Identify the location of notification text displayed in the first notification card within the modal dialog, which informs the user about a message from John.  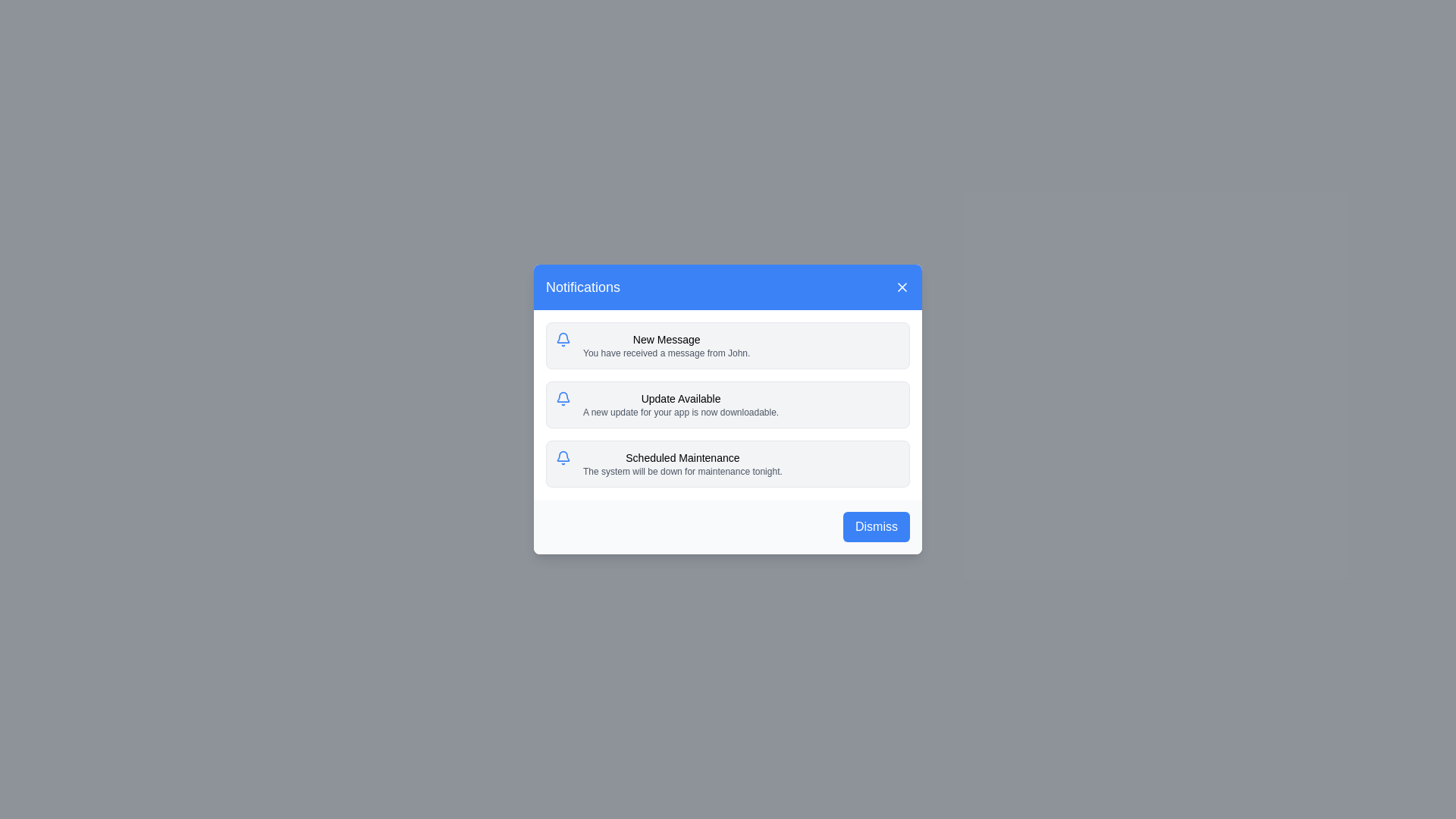
(667, 345).